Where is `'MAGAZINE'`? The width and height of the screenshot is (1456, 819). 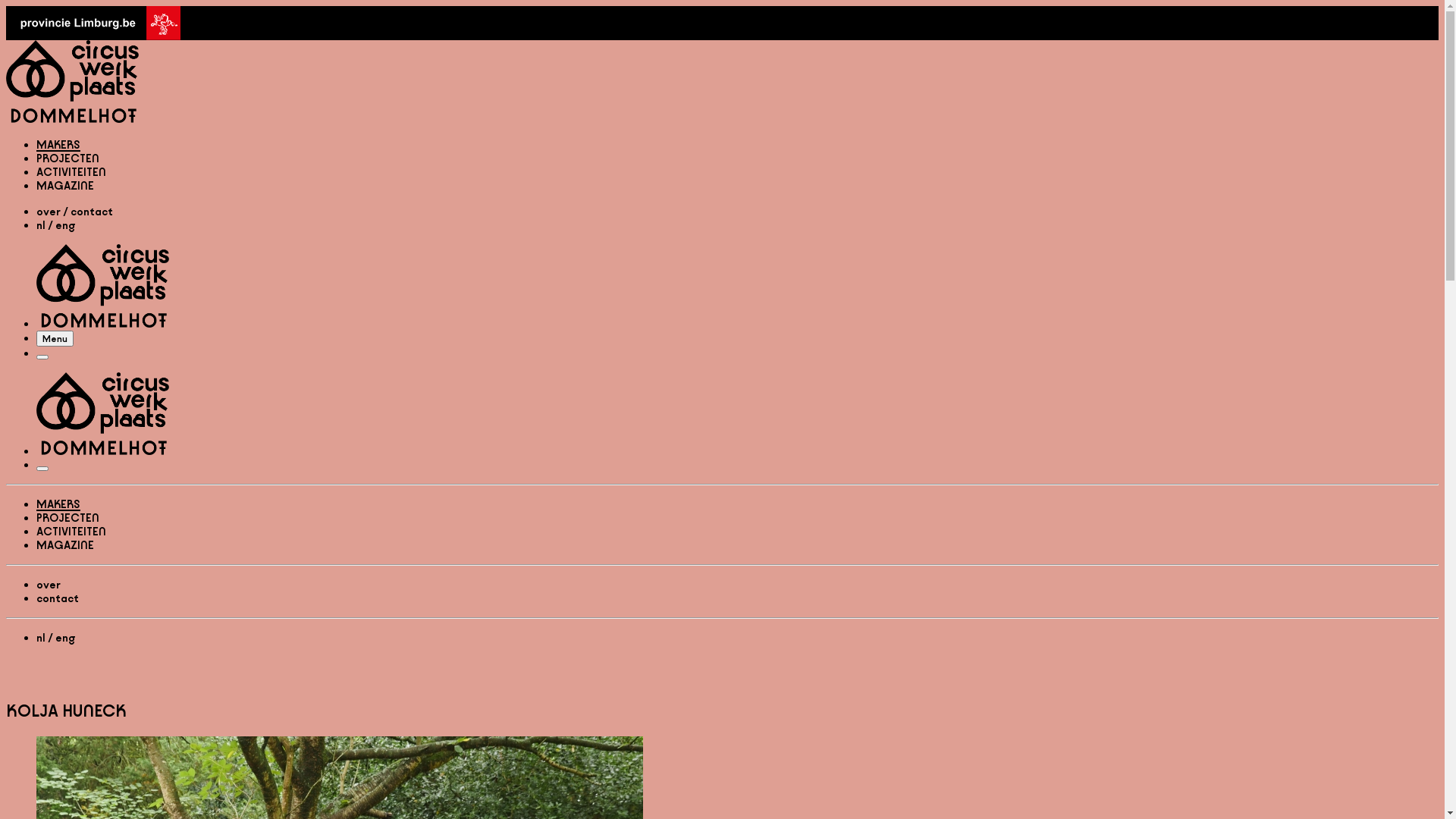
'MAGAZINE' is located at coordinates (64, 544).